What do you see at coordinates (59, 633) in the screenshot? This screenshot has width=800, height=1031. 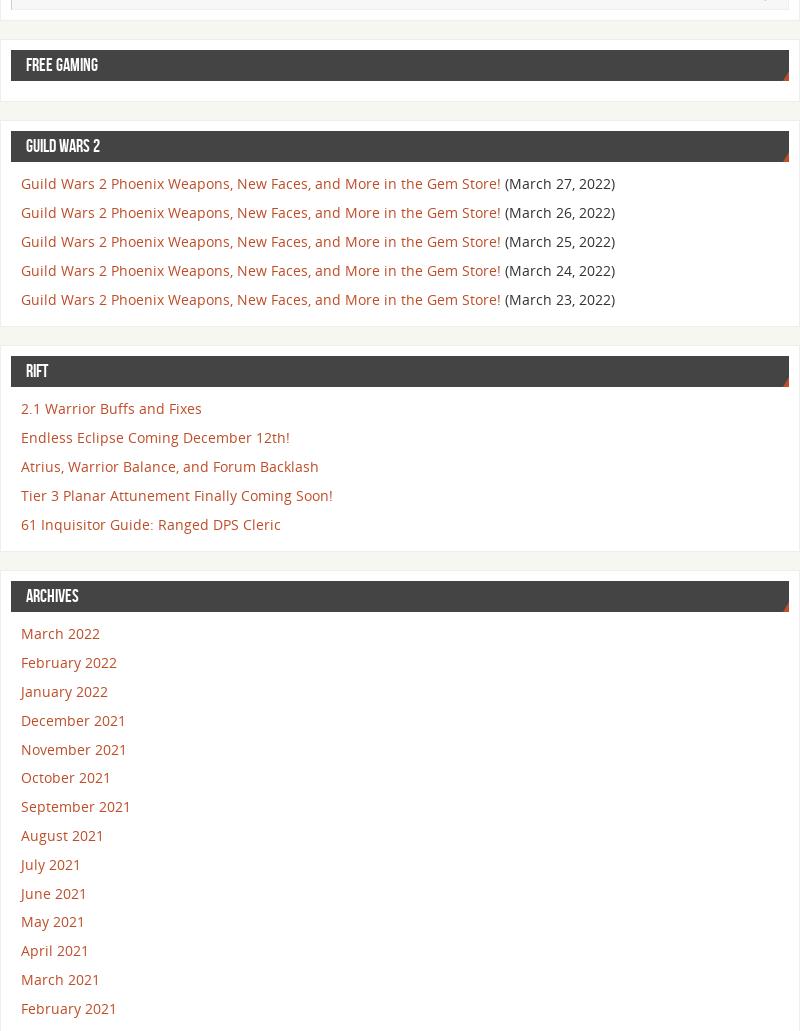 I see `'March 2022'` at bounding box center [59, 633].